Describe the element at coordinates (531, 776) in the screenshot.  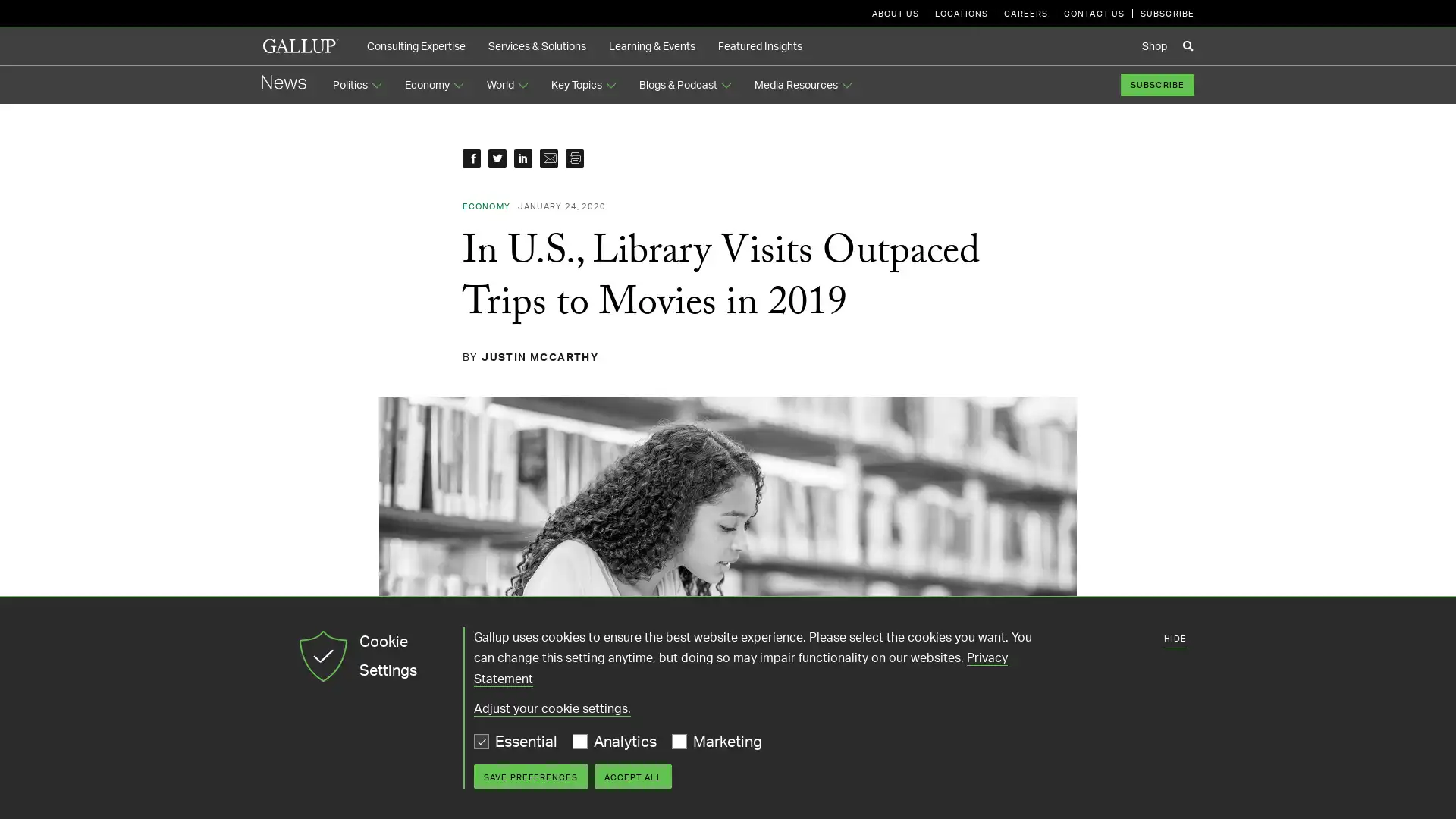
I see `SAVE PREFERENCES` at that location.